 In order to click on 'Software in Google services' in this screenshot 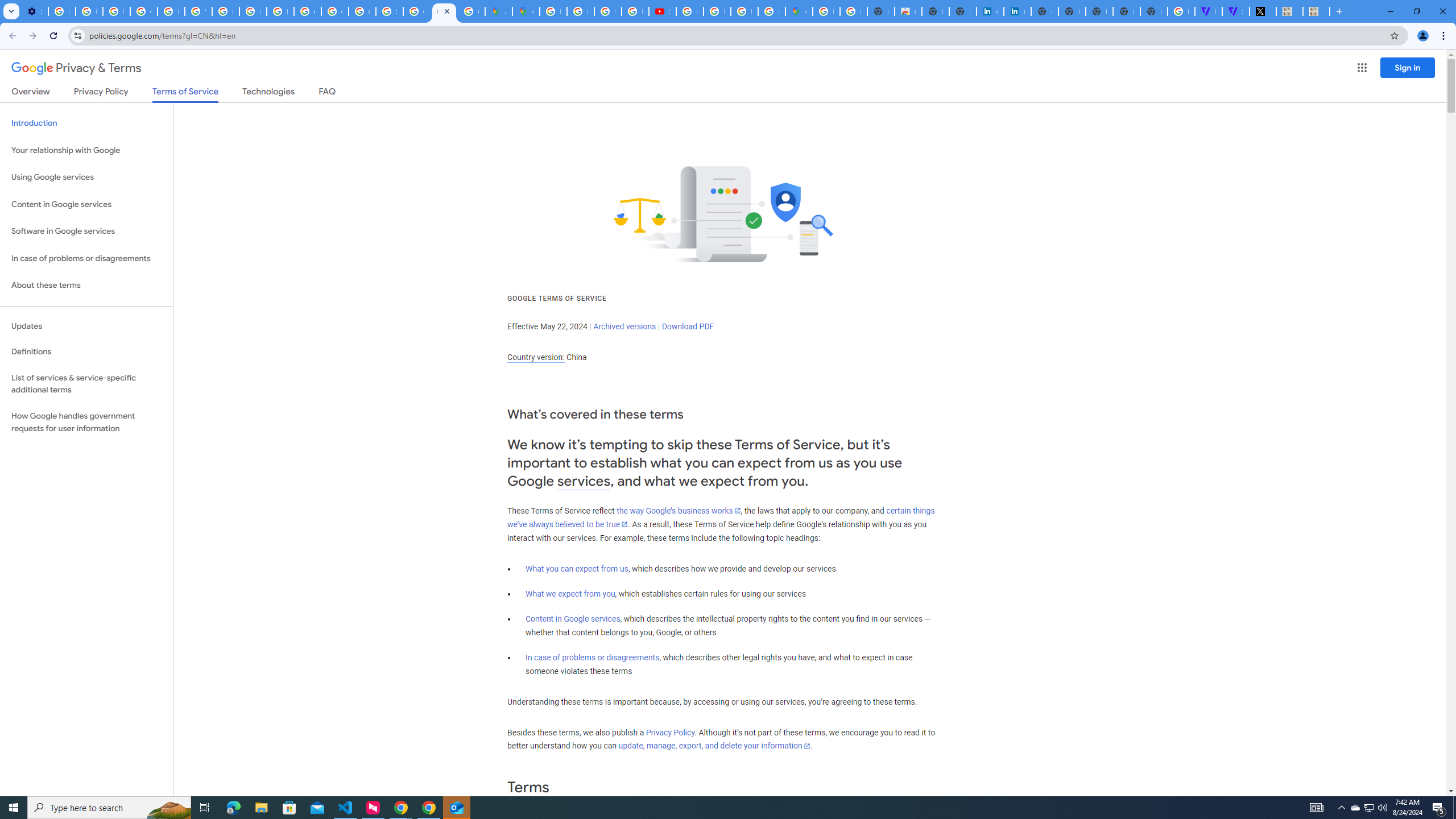, I will do `click(86, 230)`.